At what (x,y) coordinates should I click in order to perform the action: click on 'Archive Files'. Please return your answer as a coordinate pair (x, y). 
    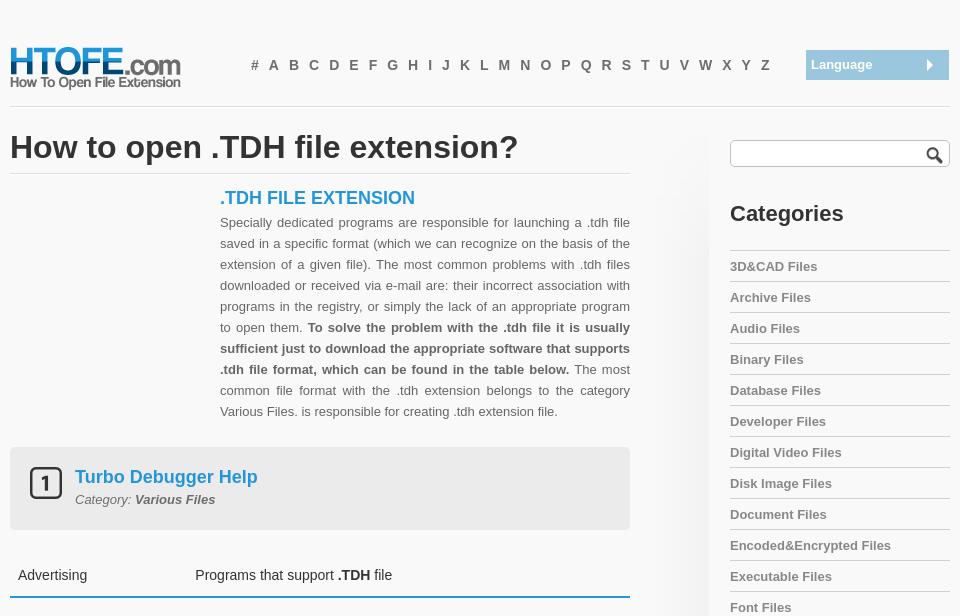
    Looking at the image, I should click on (769, 297).